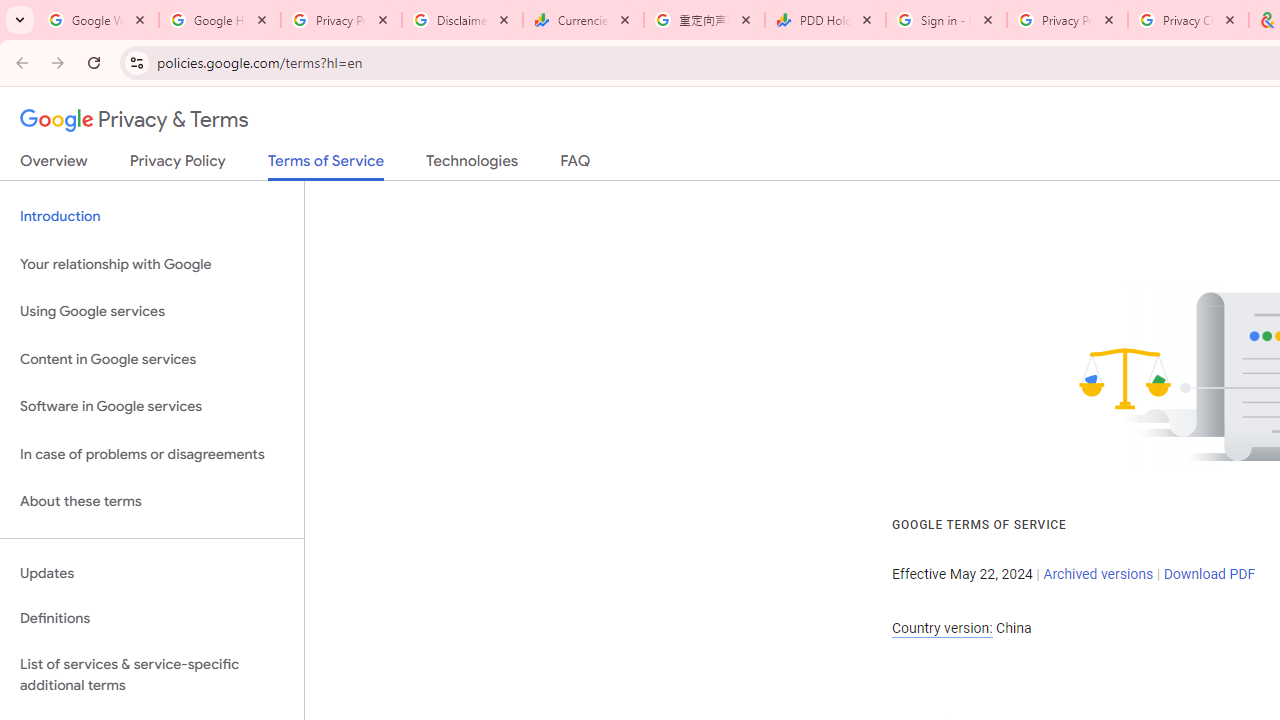  What do you see at coordinates (151, 501) in the screenshot?
I see `'About these terms'` at bounding box center [151, 501].